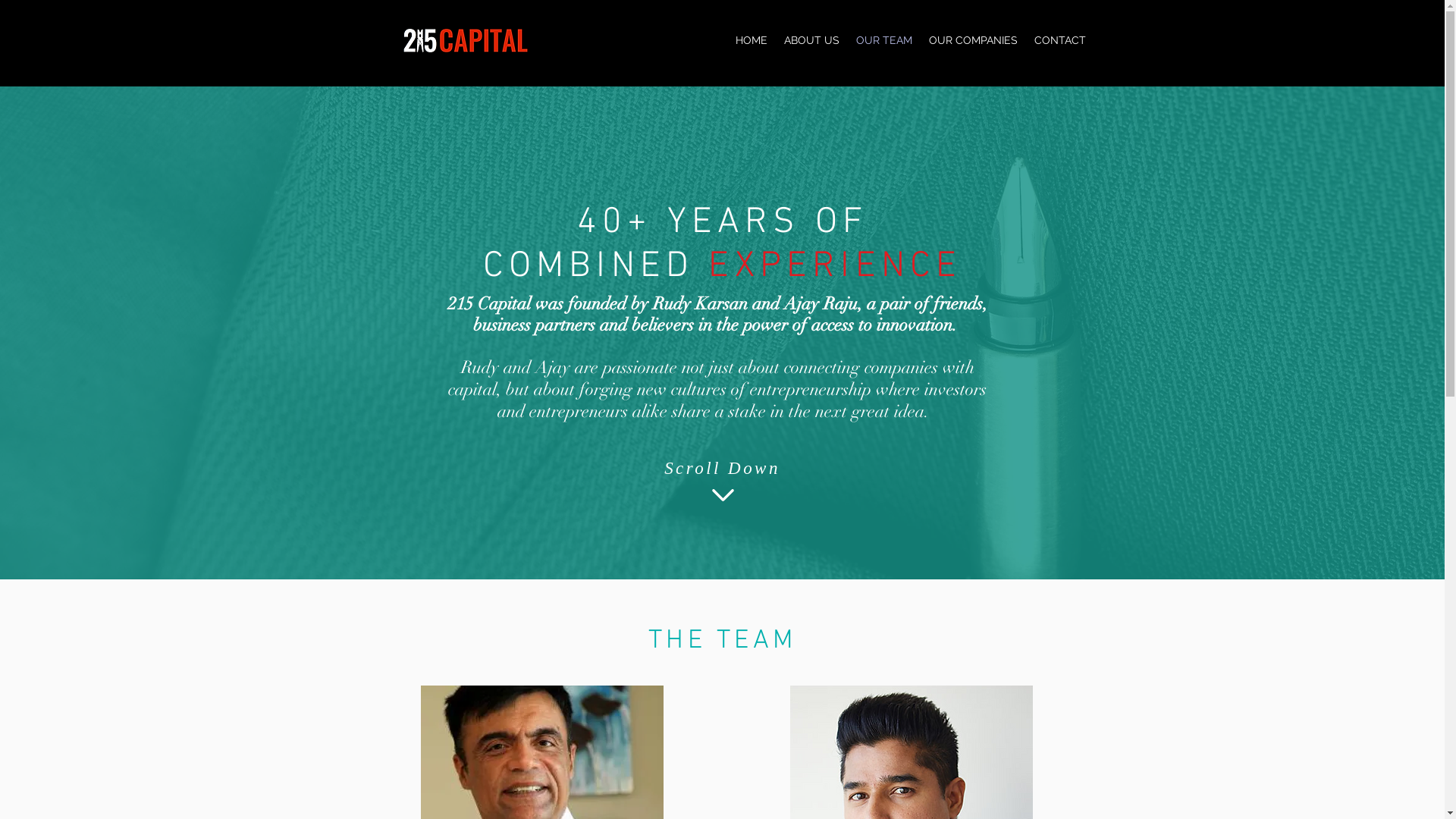 The image size is (1456, 819). What do you see at coordinates (924, 58) in the screenshot?
I see `'215'` at bounding box center [924, 58].